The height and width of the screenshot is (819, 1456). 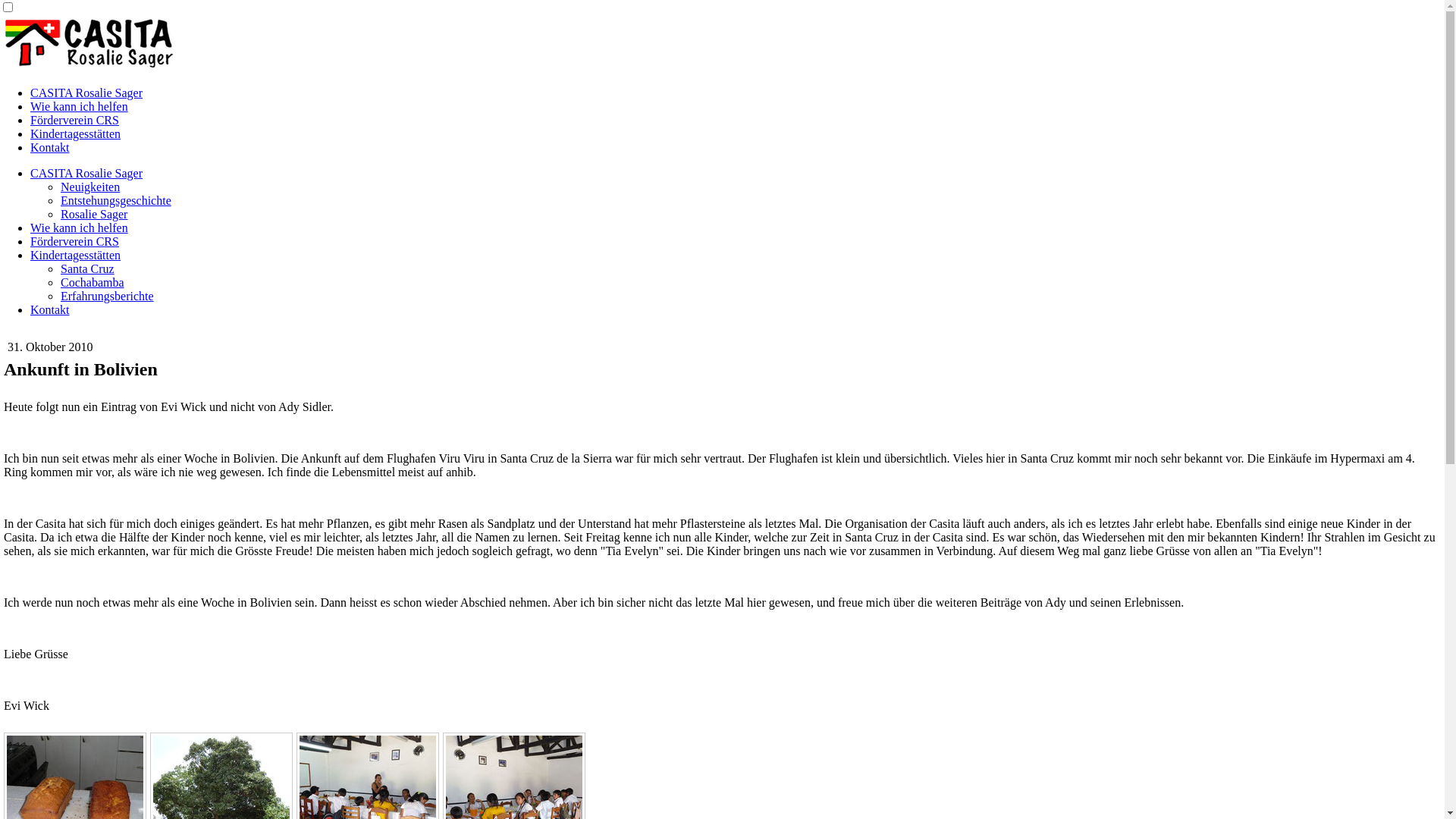 I want to click on 'Rosalie Sager', so click(x=93, y=214).